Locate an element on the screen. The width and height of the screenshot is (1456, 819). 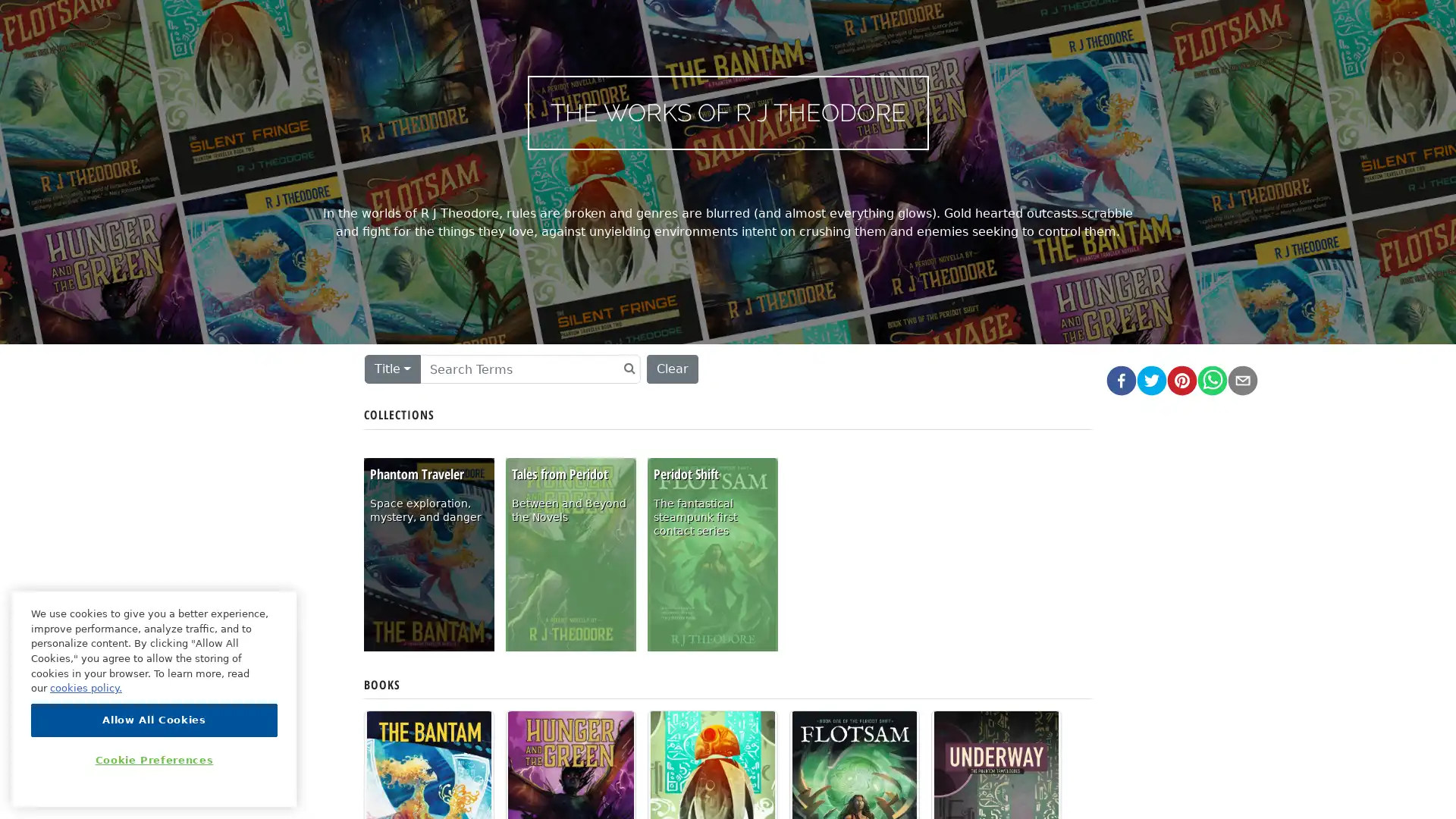
twitter is located at coordinates (1150, 378).